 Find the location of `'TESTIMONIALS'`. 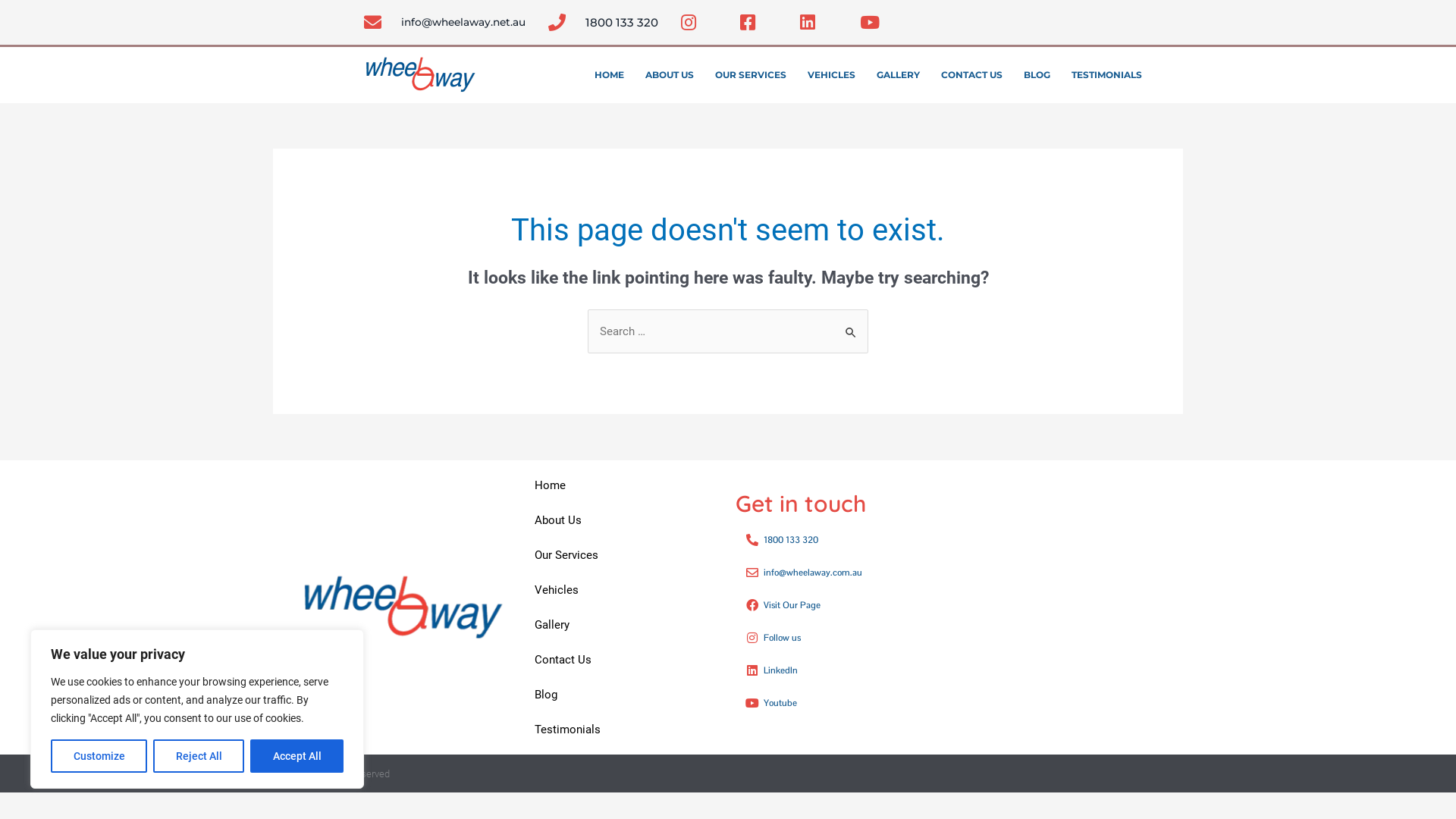

'TESTIMONIALS' is located at coordinates (1106, 75).